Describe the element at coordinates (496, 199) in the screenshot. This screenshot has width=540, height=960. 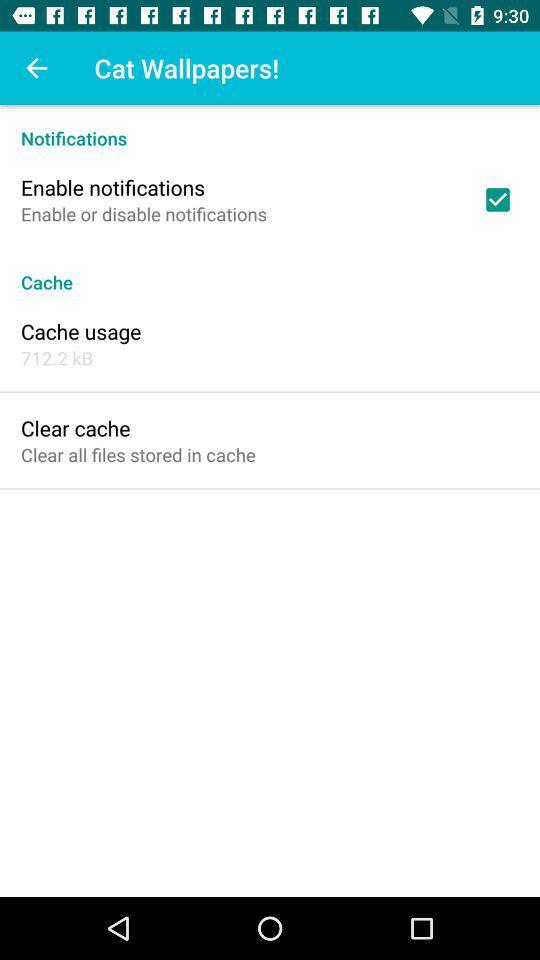
I see `item next to the enable or disable item` at that location.